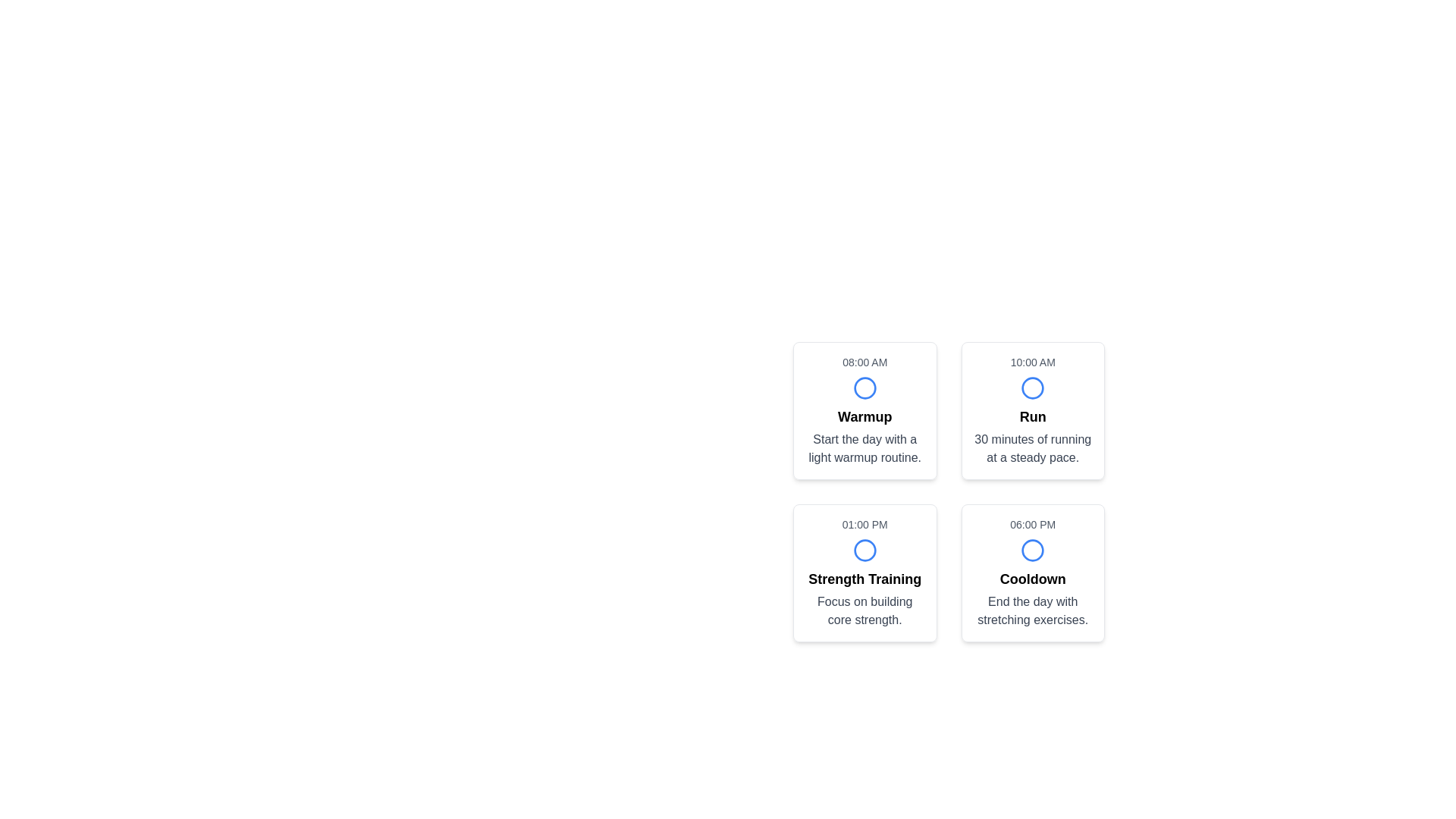 The image size is (1456, 819). I want to click on descriptive text located inside the card at the bottom-left part of the grid layout, which provides additional information about the 'Strength Training' activity, so click(864, 610).